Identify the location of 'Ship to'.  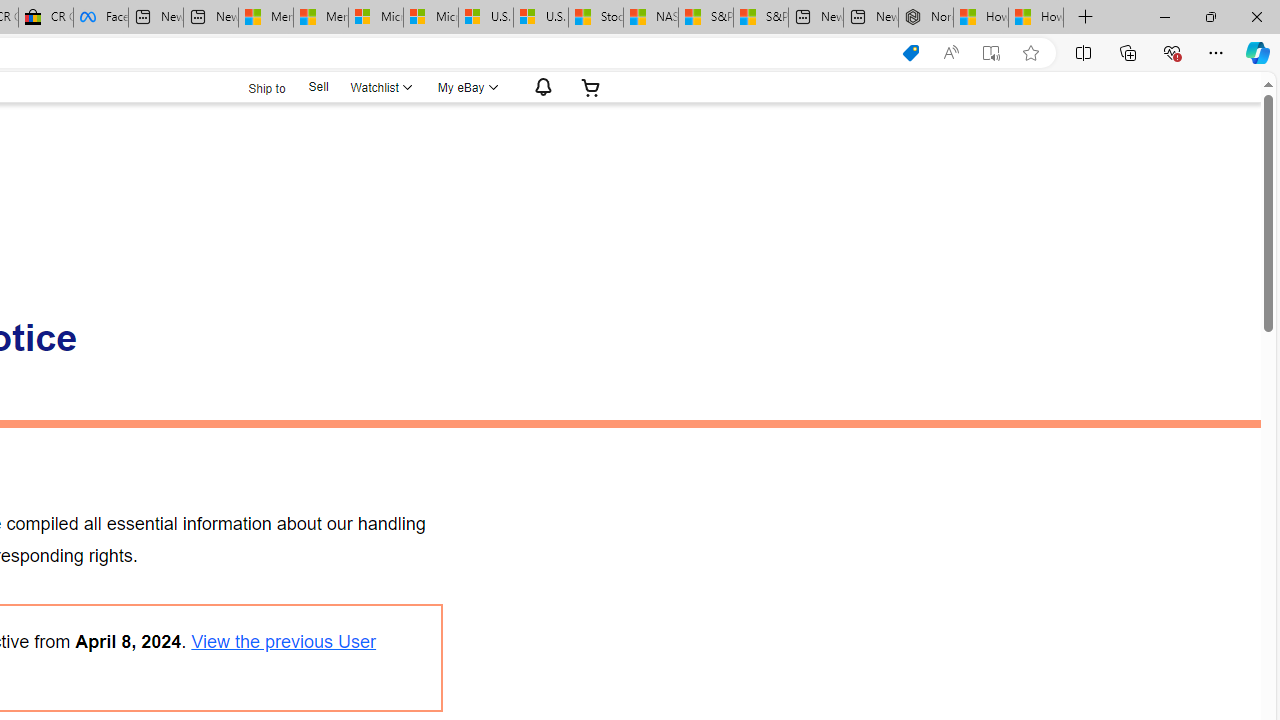
(253, 87).